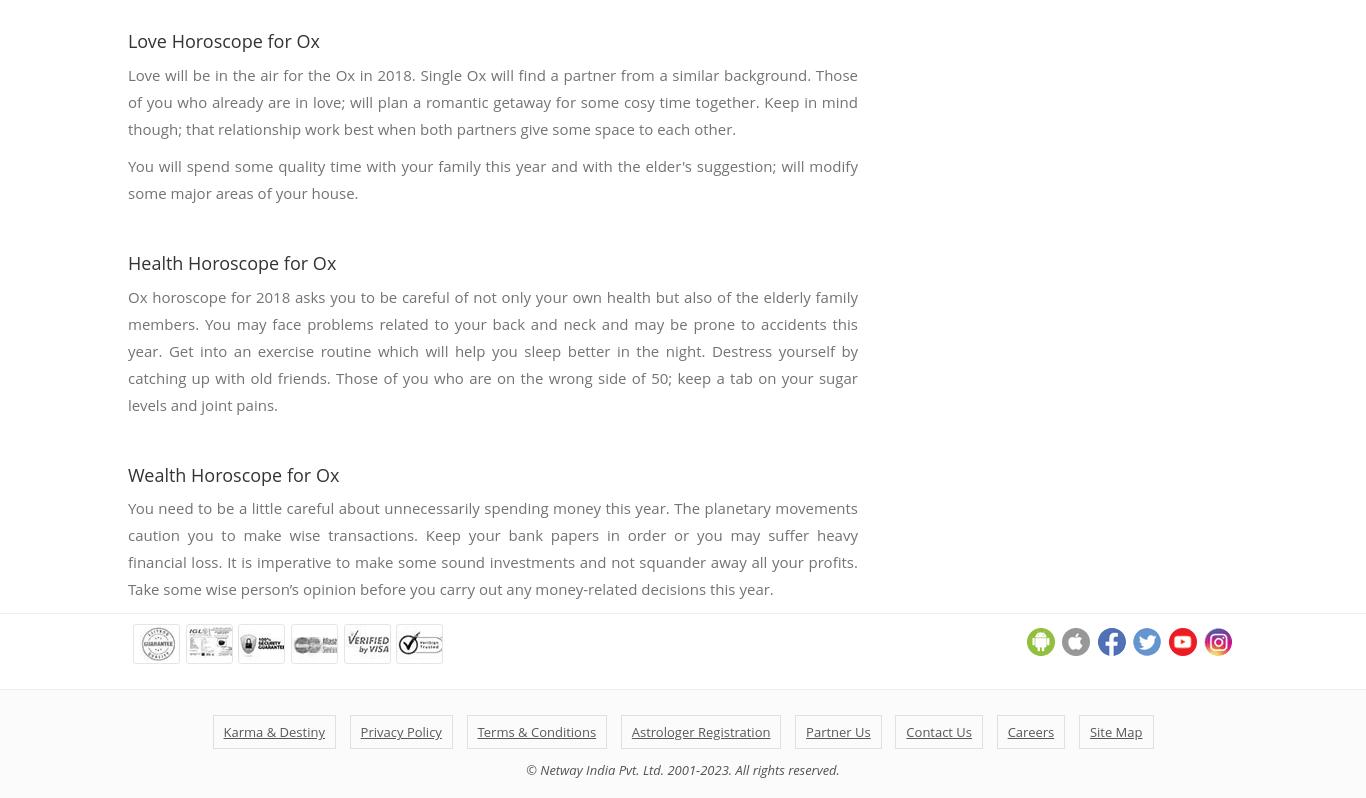 The height and width of the screenshot is (798, 1366). What do you see at coordinates (536, 732) in the screenshot?
I see `'Terms & Conditions'` at bounding box center [536, 732].